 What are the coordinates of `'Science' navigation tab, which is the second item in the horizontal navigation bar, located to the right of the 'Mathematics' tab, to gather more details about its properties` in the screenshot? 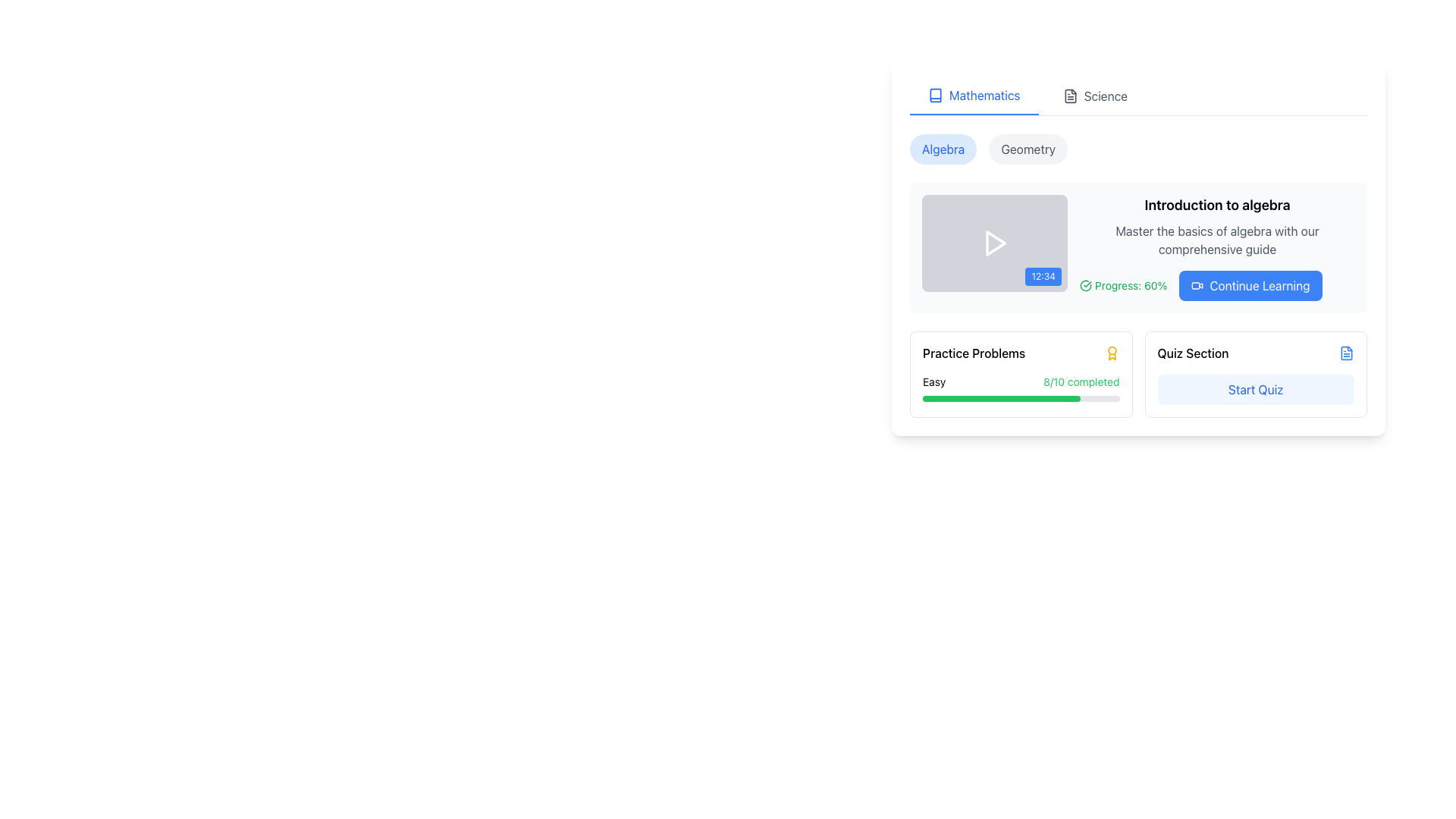 It's located at (1095, 96).